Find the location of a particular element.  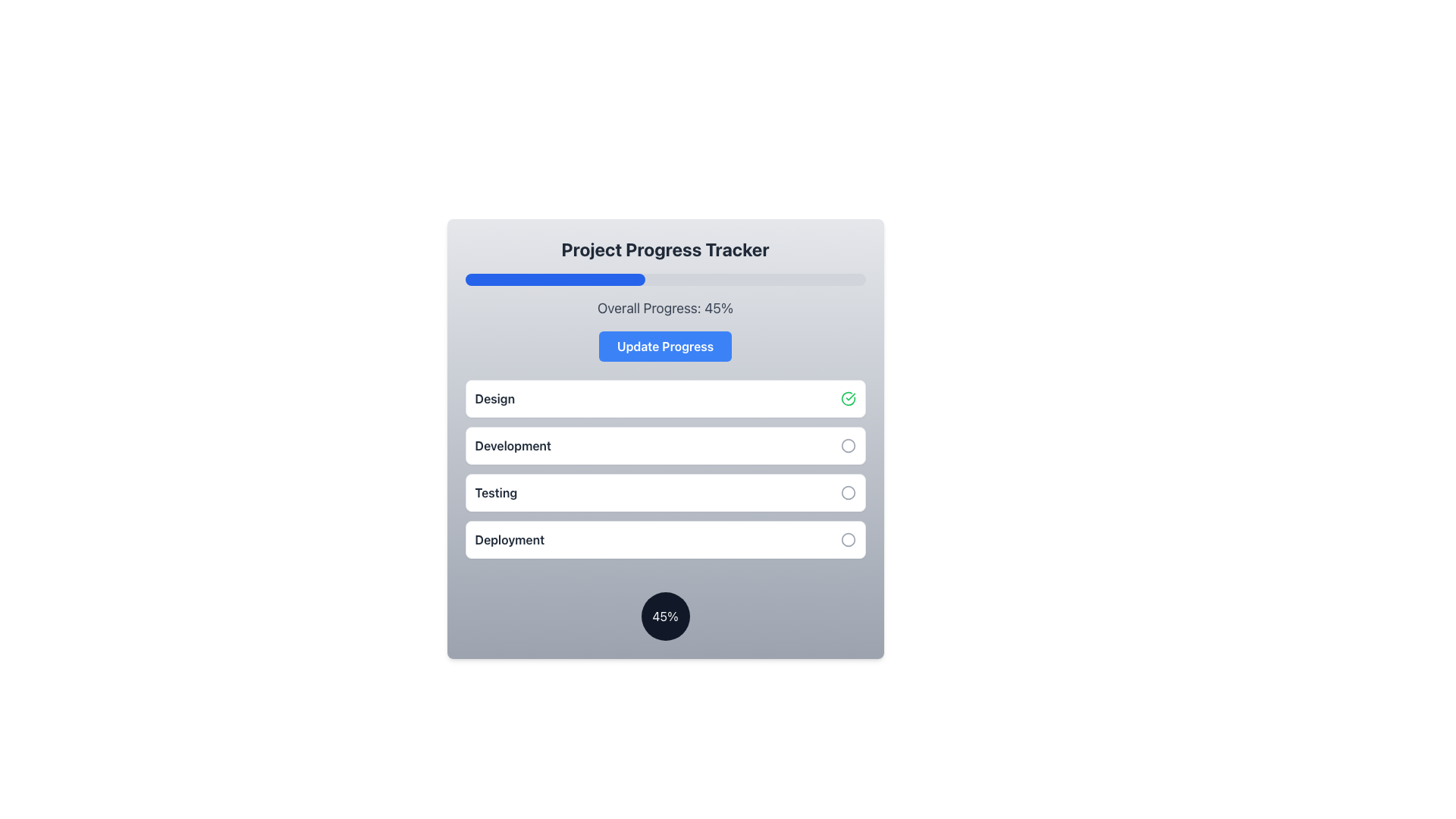

the SVG Circle icon associated with the second task labeled 'Development', located to the right of the 'Development' label is located at coordinates (847, 444).